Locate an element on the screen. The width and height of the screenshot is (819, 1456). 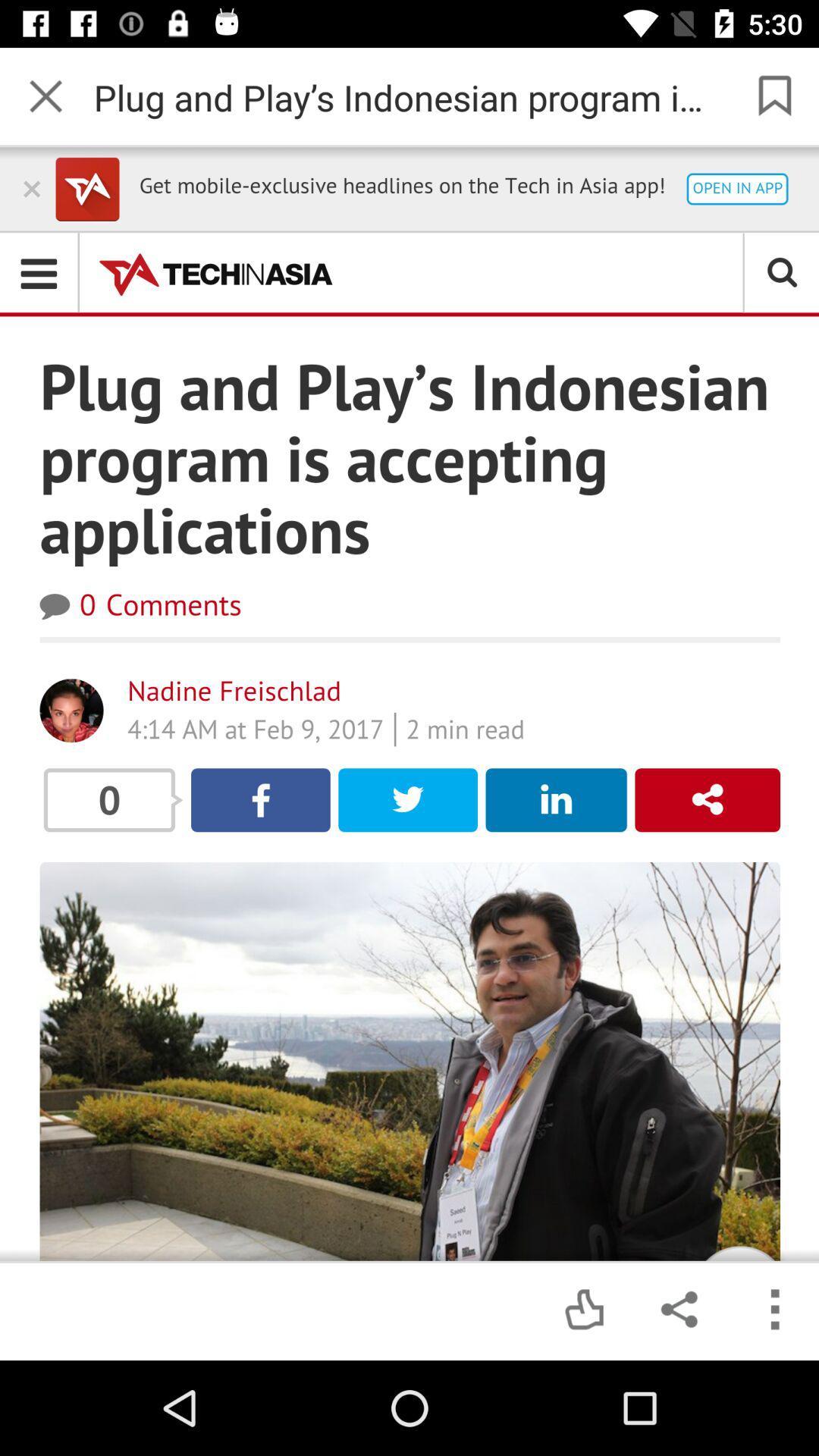
the more icon is located at coordinates (772, 1310).